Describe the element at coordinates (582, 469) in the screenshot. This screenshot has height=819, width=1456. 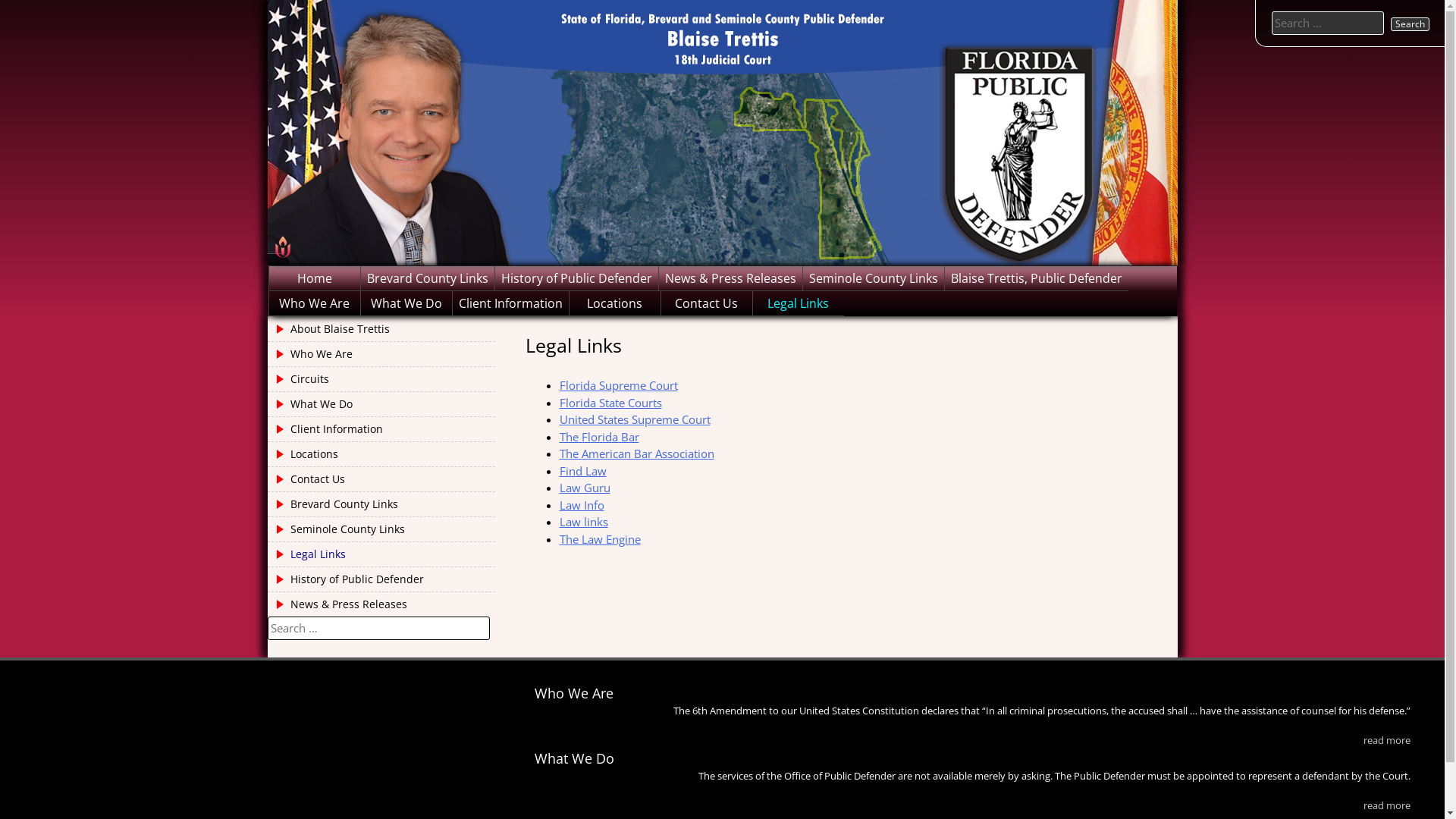
I see `'Find Law'` at that location.